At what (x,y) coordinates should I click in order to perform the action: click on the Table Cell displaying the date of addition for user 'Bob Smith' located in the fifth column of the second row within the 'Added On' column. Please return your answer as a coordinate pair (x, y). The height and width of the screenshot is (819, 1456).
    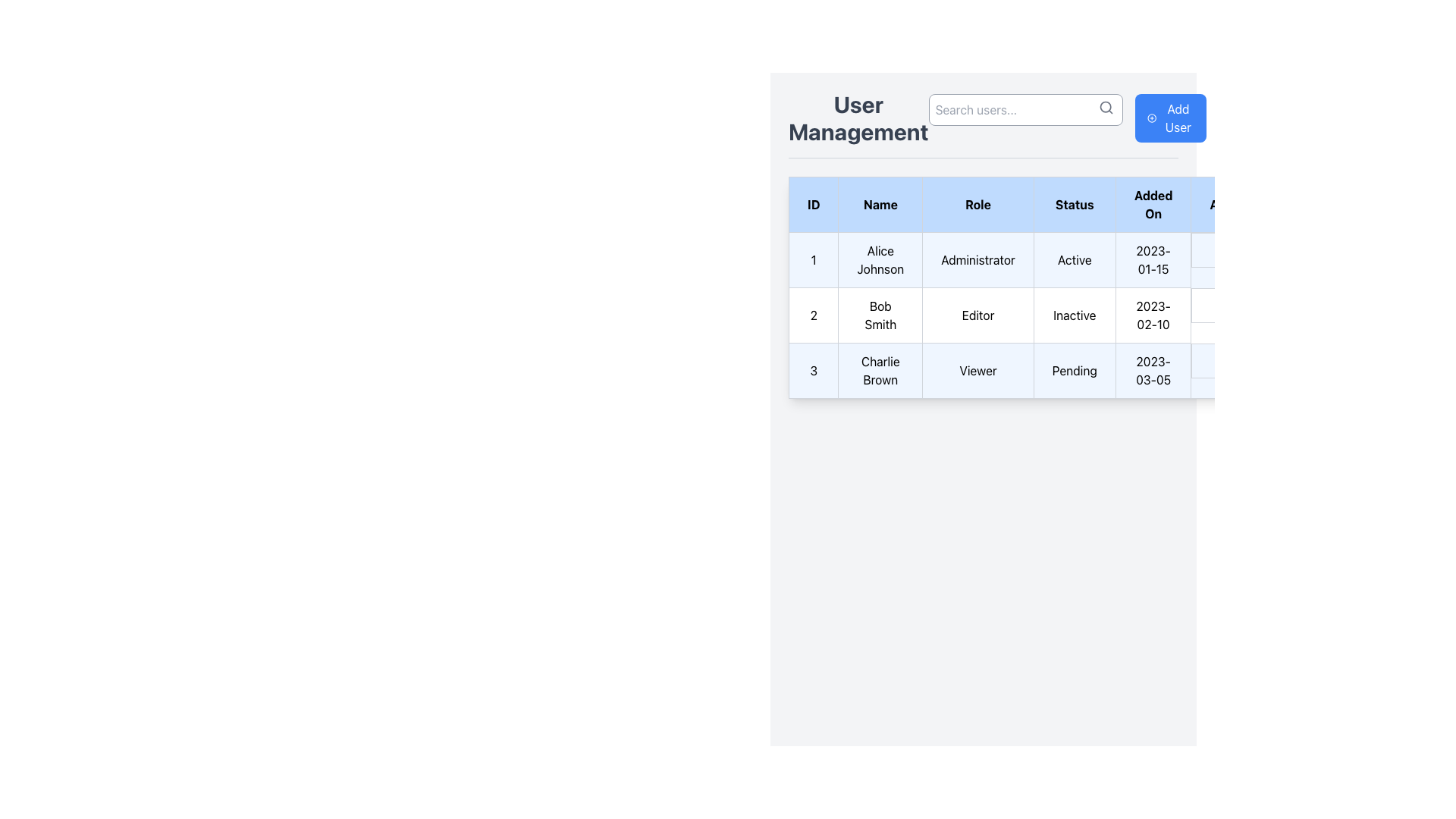
    Looking at the image, I should click on (1153, 315).